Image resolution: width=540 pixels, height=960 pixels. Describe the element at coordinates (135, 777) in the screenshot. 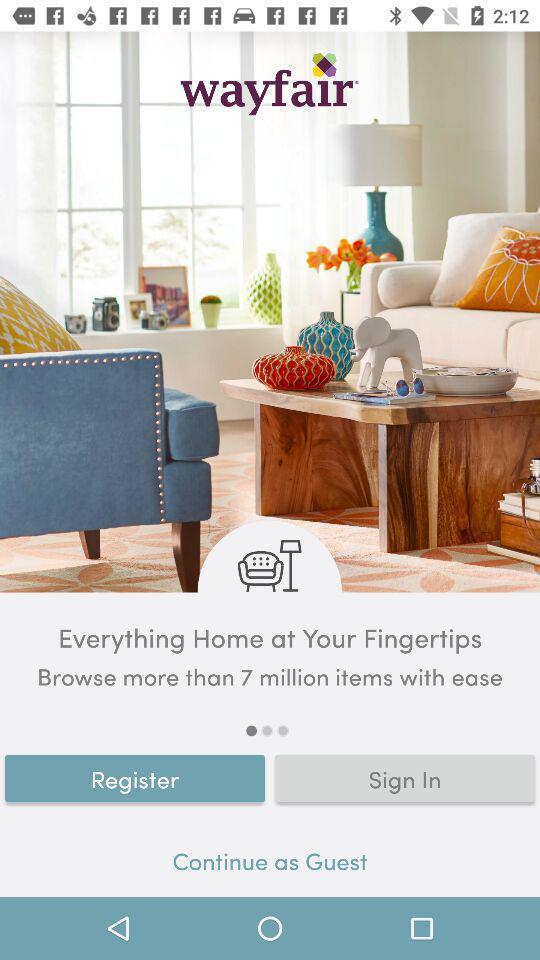

I see `icon above the continue as guest icon` at that location.